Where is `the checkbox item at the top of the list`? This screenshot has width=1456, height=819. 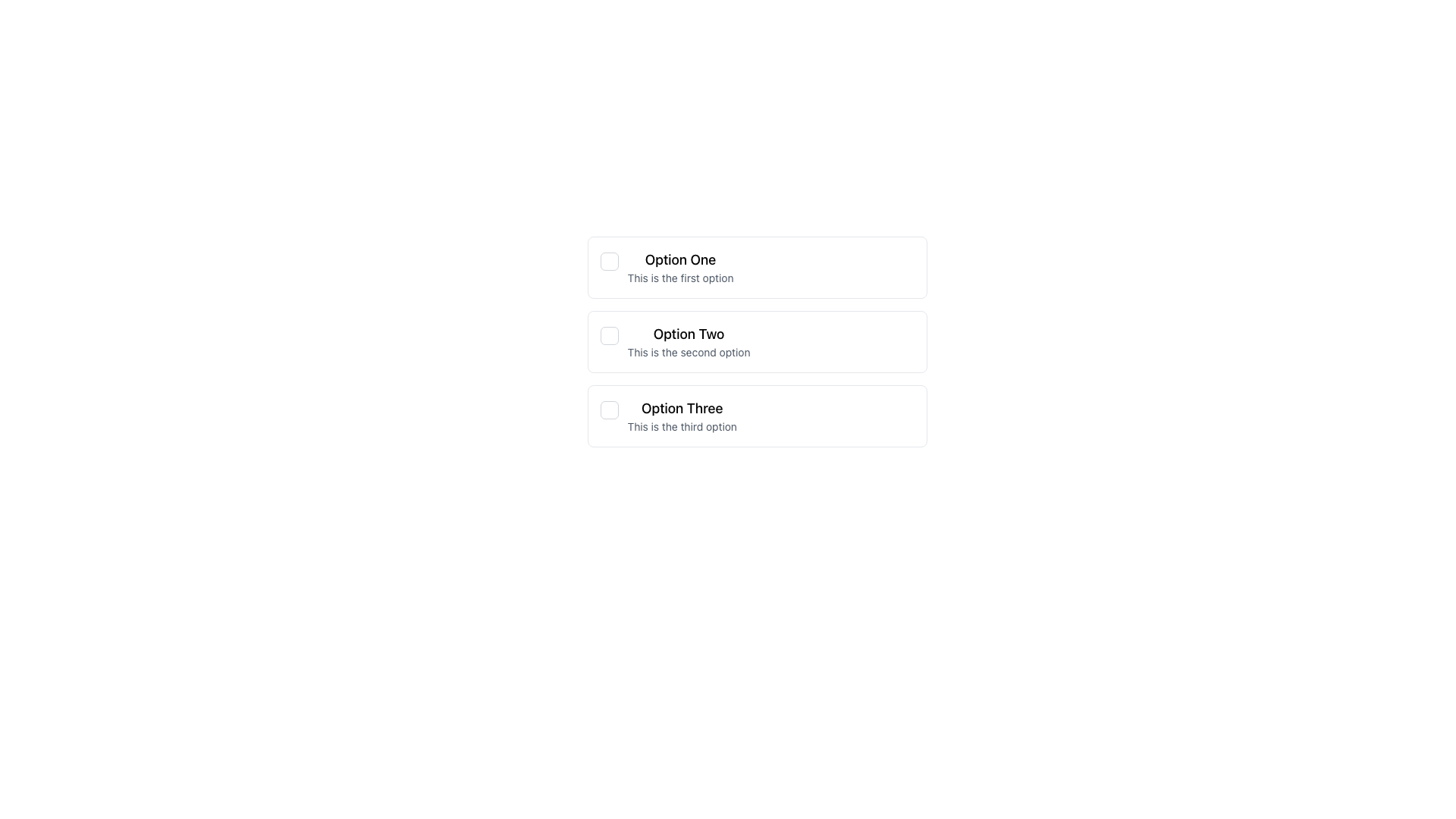
the checkbox item at the top of the list is located at coordinates (757, 267).